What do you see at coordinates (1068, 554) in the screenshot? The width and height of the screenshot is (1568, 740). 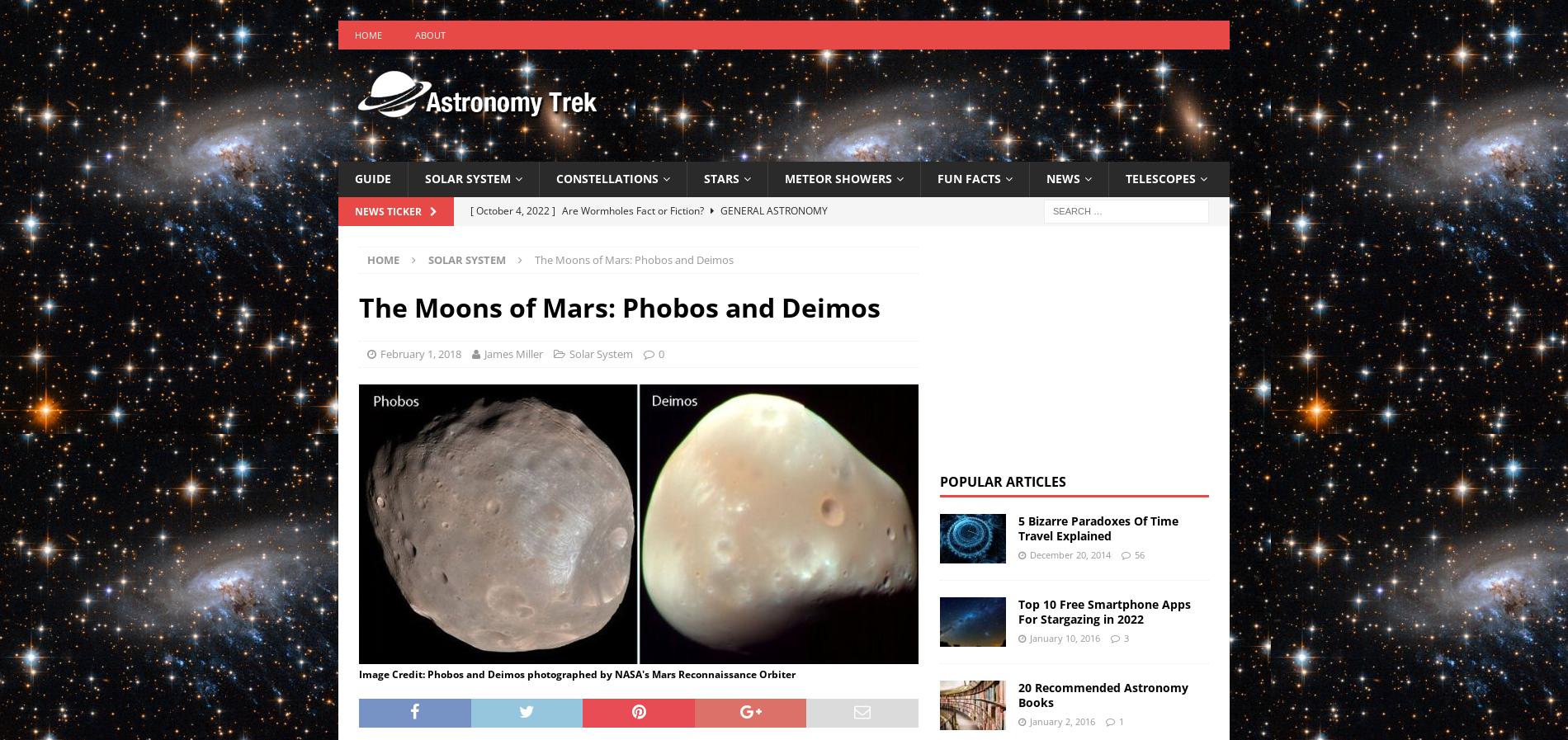 I see `'December 20, 2014'` at bounding box center [1068, 554].